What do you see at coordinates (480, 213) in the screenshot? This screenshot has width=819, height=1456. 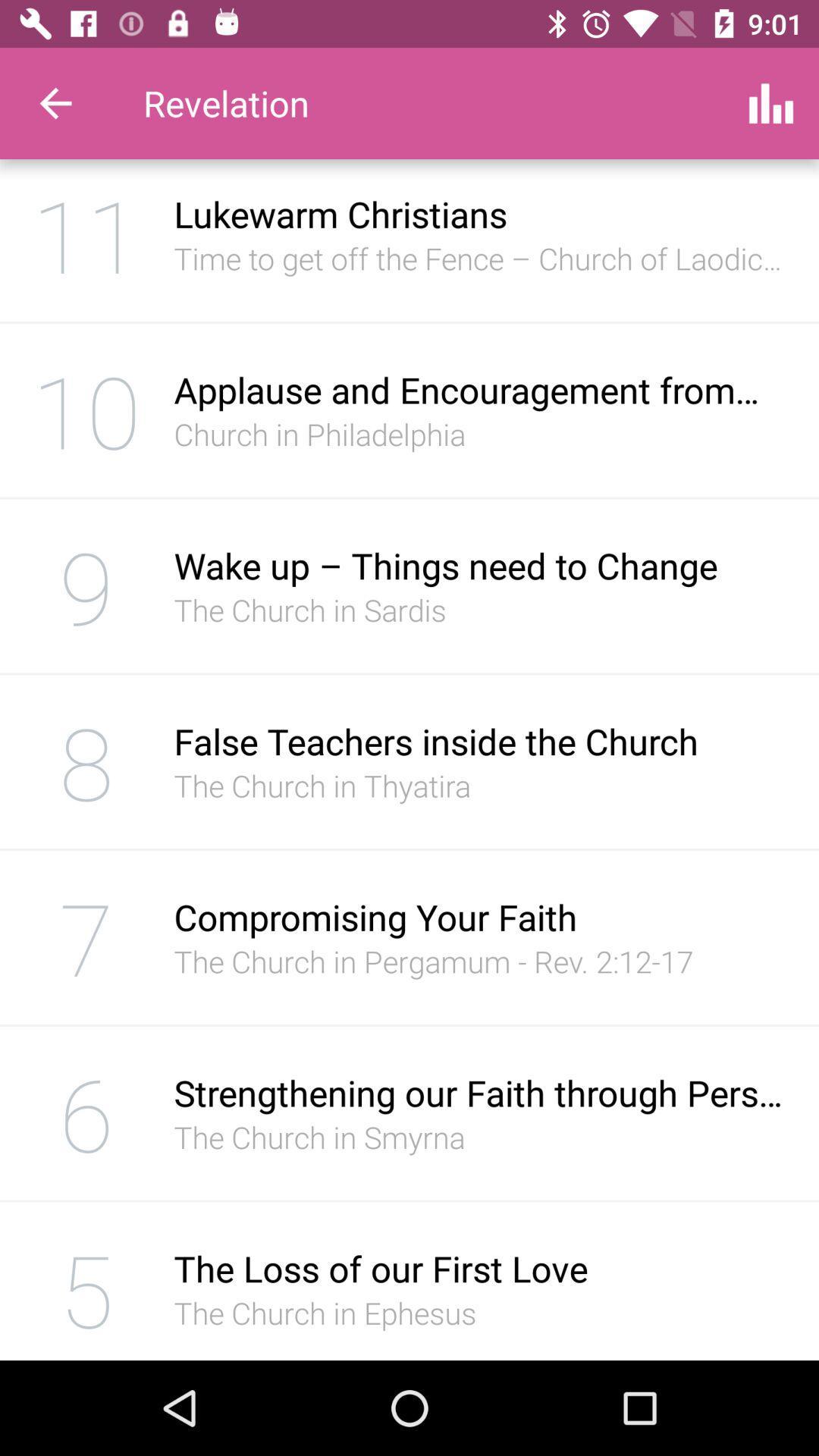 I see `the lukewarm christians icon` at bounding box center [480, 213].